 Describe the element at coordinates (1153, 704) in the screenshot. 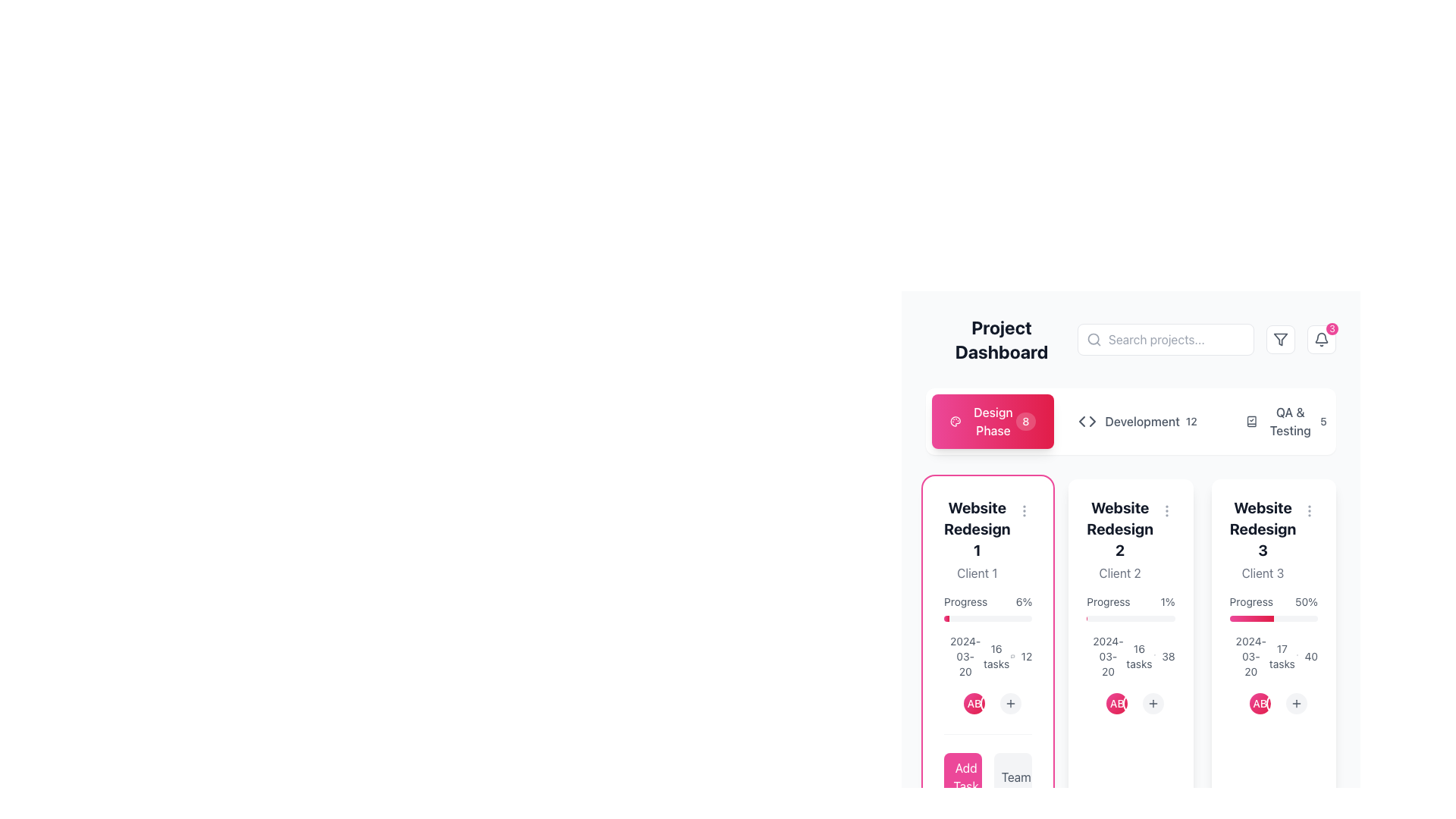

I see `the button that adds a new task or team member for the 'Website Redesign 2' project, located to the right of three circular elements with gradient colors and text ('AB')` at that location.